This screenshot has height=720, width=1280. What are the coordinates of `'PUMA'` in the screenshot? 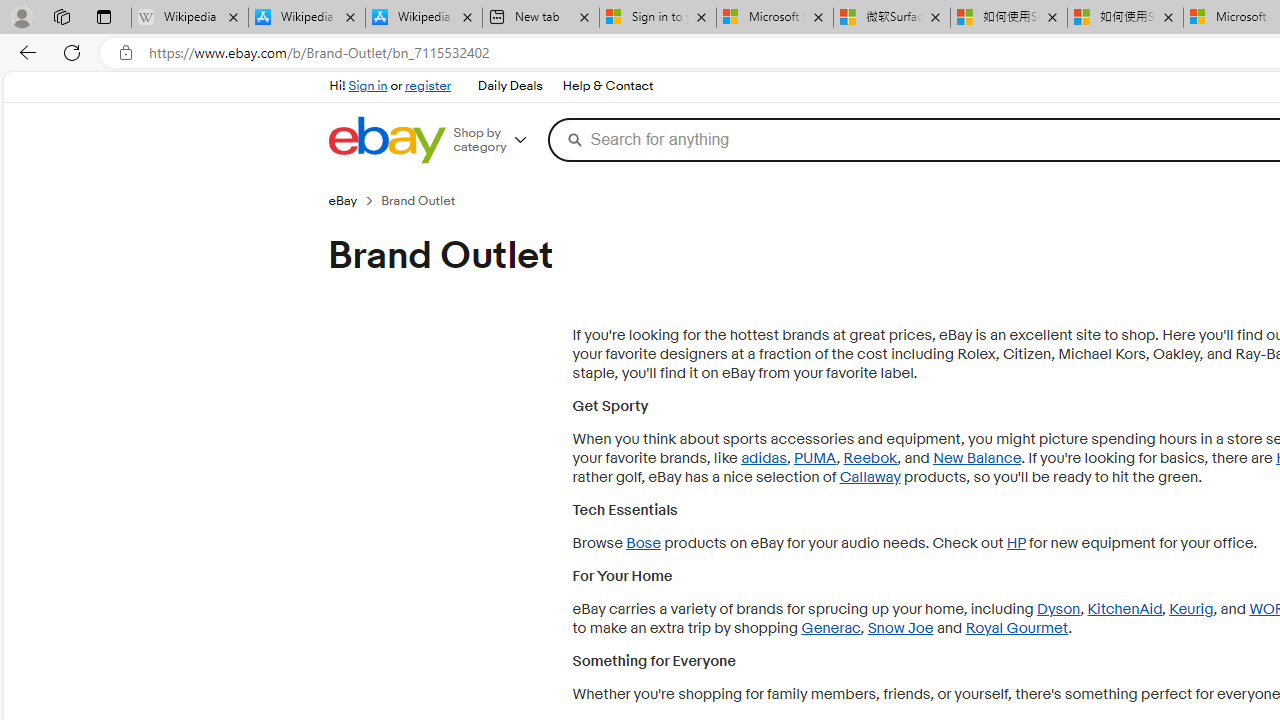 It's located at (815, 458).